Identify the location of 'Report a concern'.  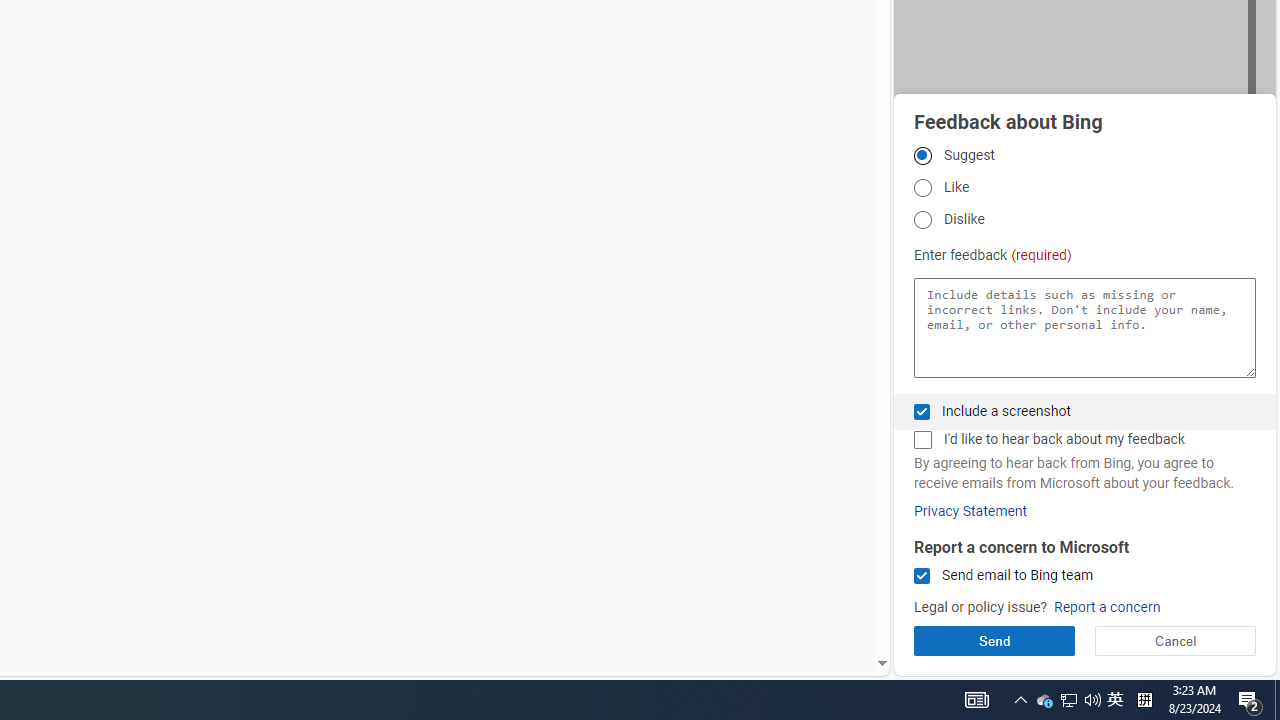
(1106, 606).